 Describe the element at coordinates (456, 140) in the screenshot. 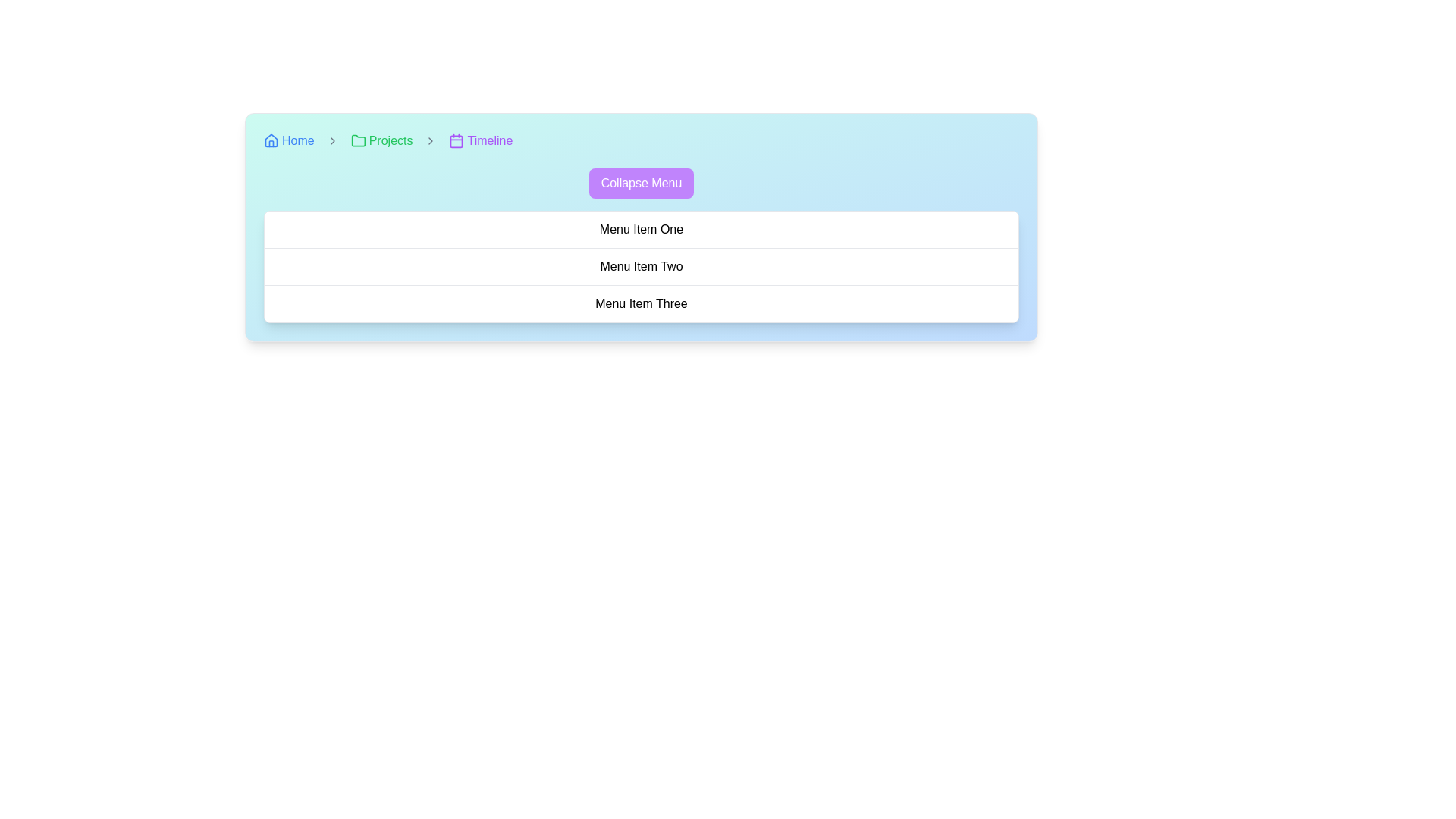

I see `the 'Timeline' icon located on the navigation breadcrumb, which is positioned to the right of the 'Projects' label and just before the 'Timeline' text` at that location.